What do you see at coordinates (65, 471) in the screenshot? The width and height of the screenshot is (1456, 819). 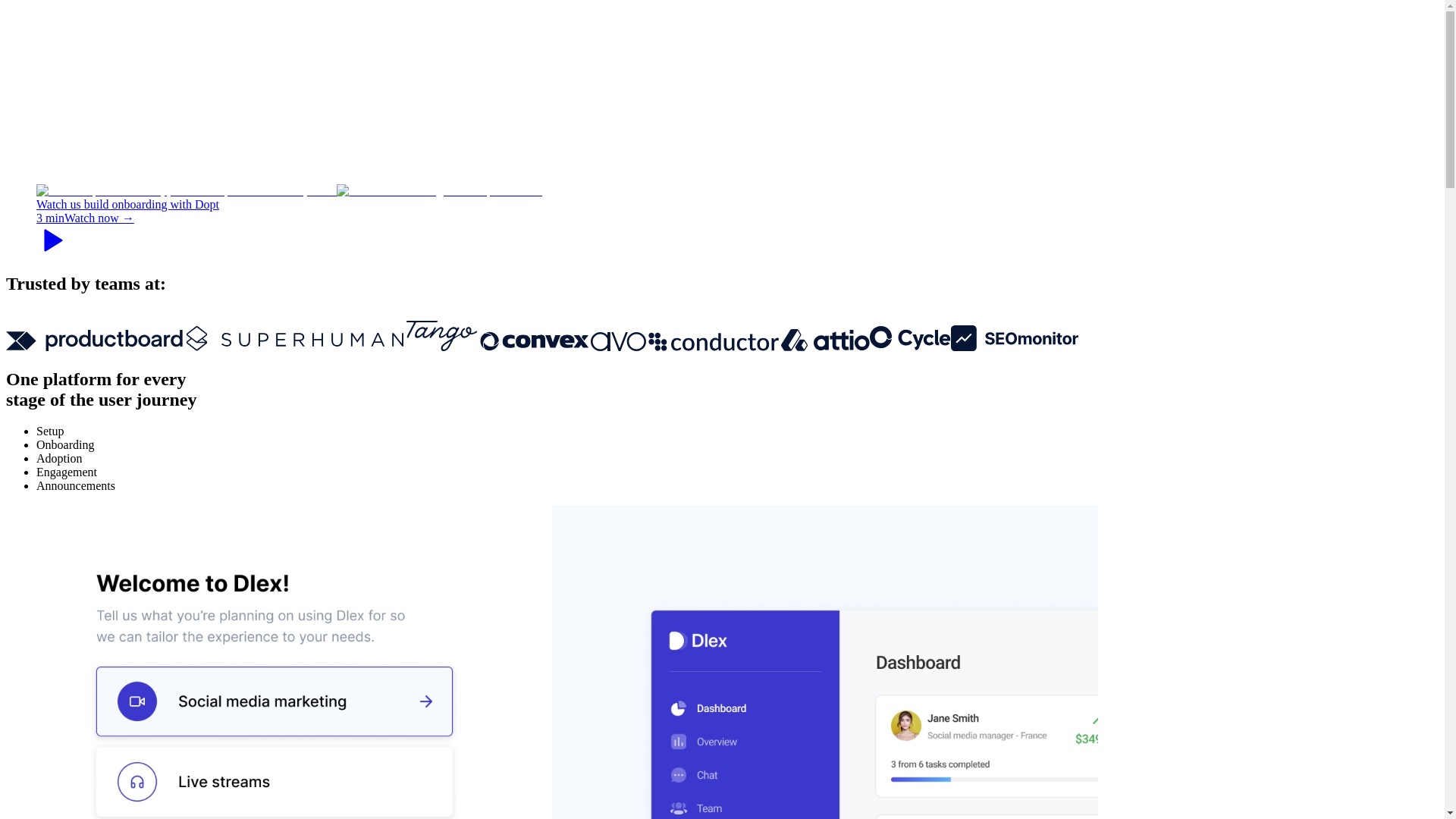 I see `'Engagement'` at bounding box center [65, 471].